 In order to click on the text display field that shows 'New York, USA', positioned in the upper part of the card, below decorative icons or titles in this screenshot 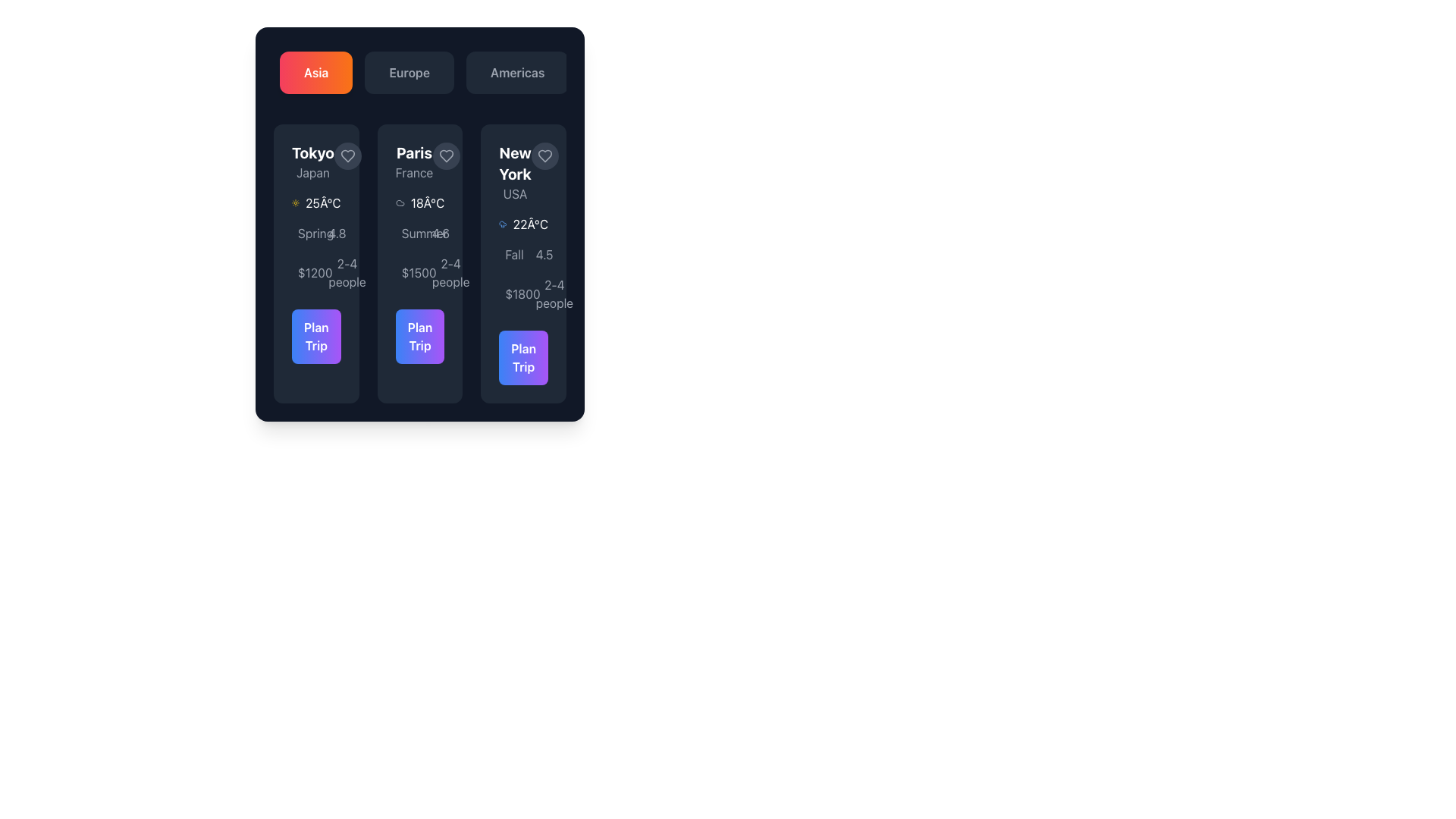, I will do `click(515, 171)`.